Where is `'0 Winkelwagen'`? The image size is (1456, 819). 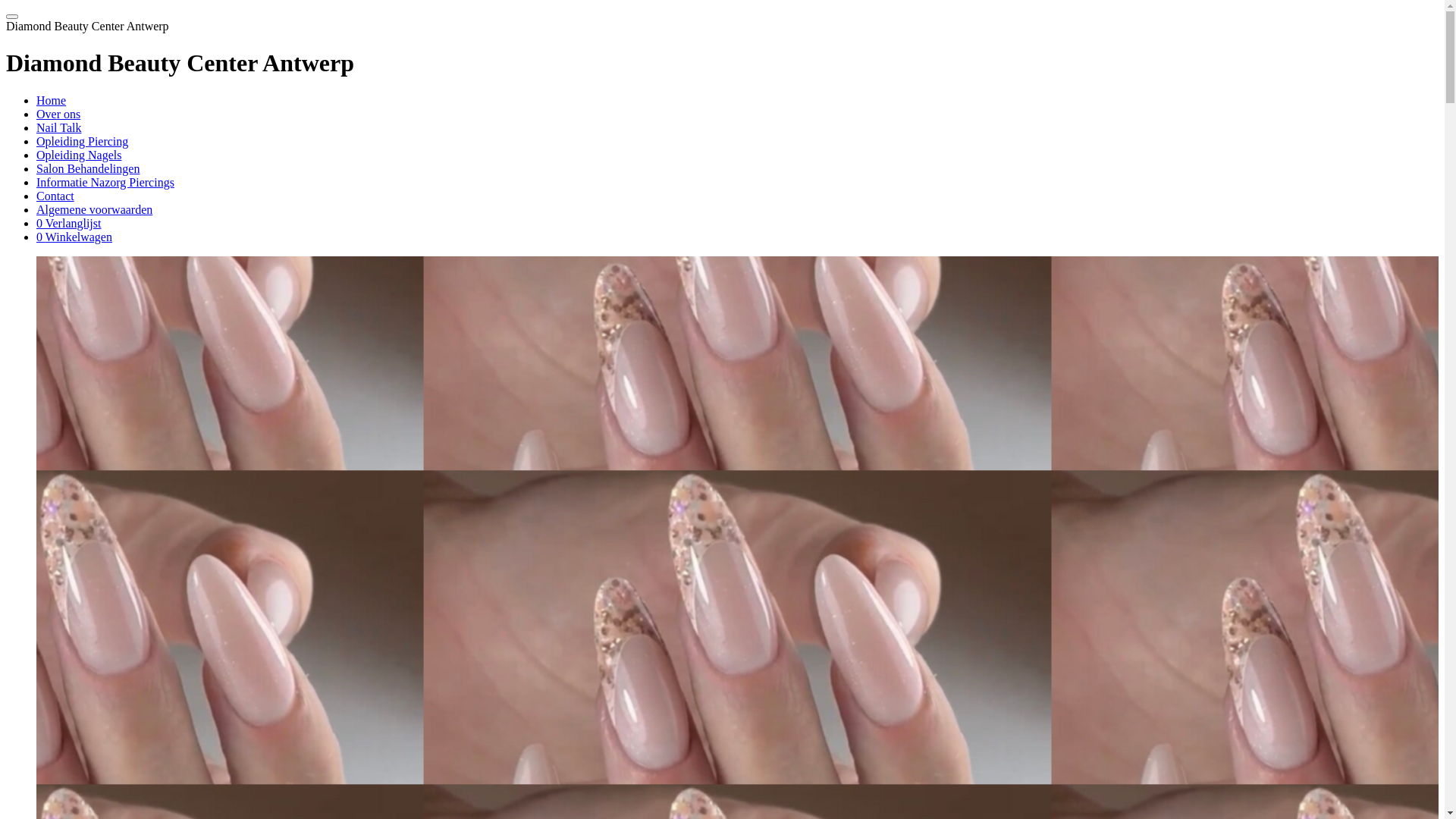
'0 Winkelwagen' is located at coordinates (73, 237).